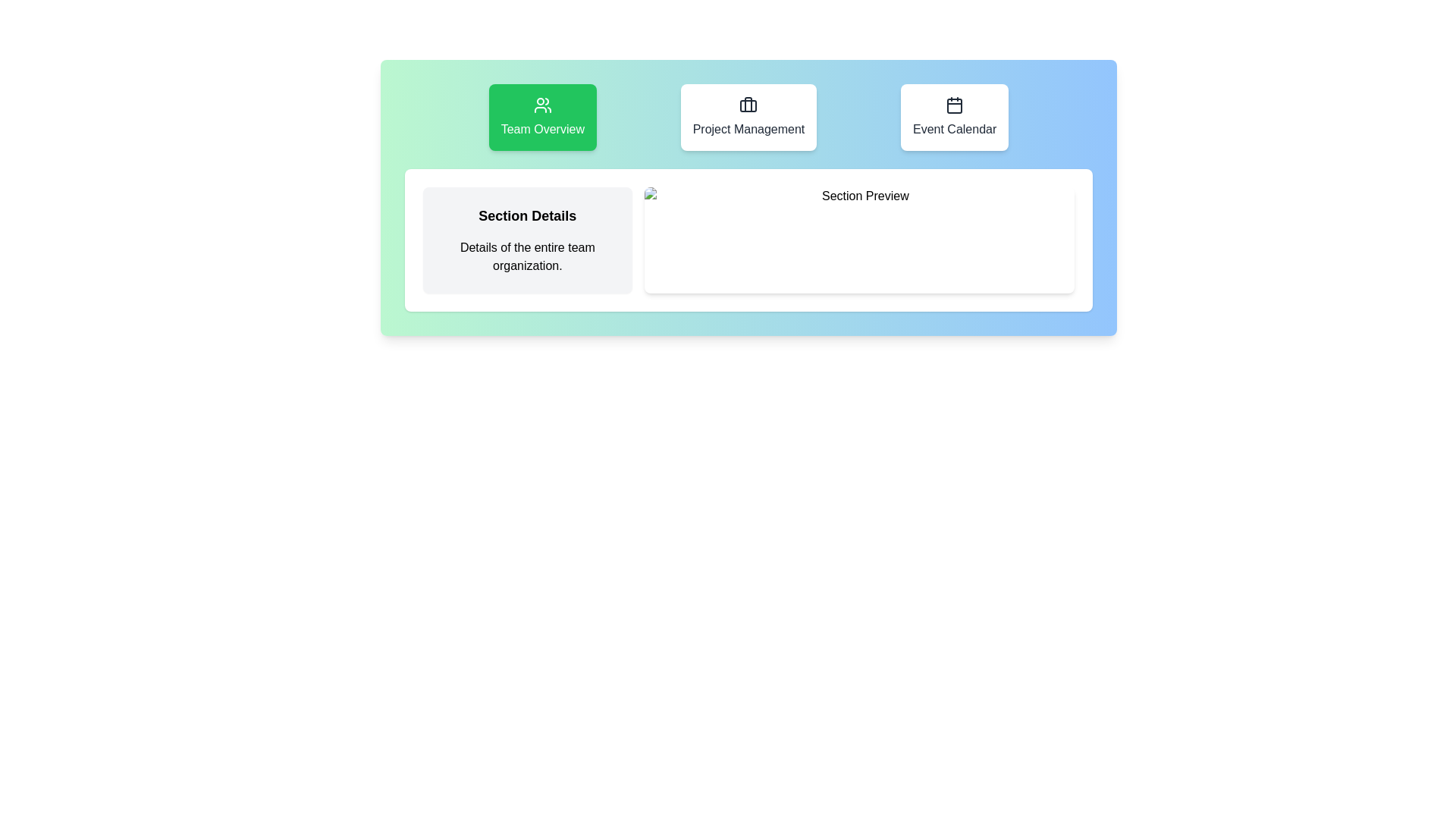 This screenshot has width=1456, height=819. What do you see at coordinates (542, 128) in the screenshot?
I see `text label displaying 'Team Overview' which is centered on a green rounded button in the horizontal navigation menu` at bounding box center [542, 128].